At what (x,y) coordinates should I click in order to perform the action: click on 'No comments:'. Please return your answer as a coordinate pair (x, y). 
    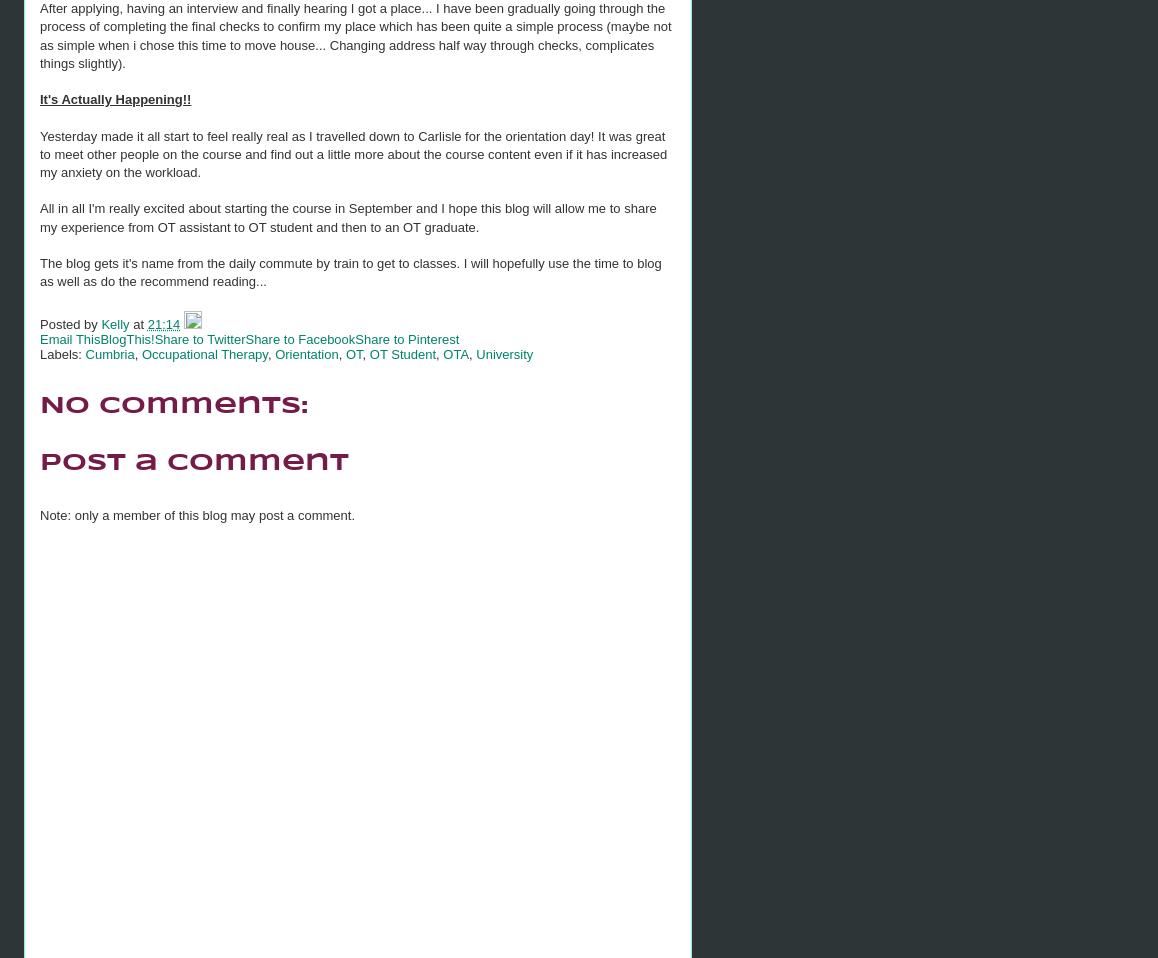
    Looking at the image, I should click on (173, 405).